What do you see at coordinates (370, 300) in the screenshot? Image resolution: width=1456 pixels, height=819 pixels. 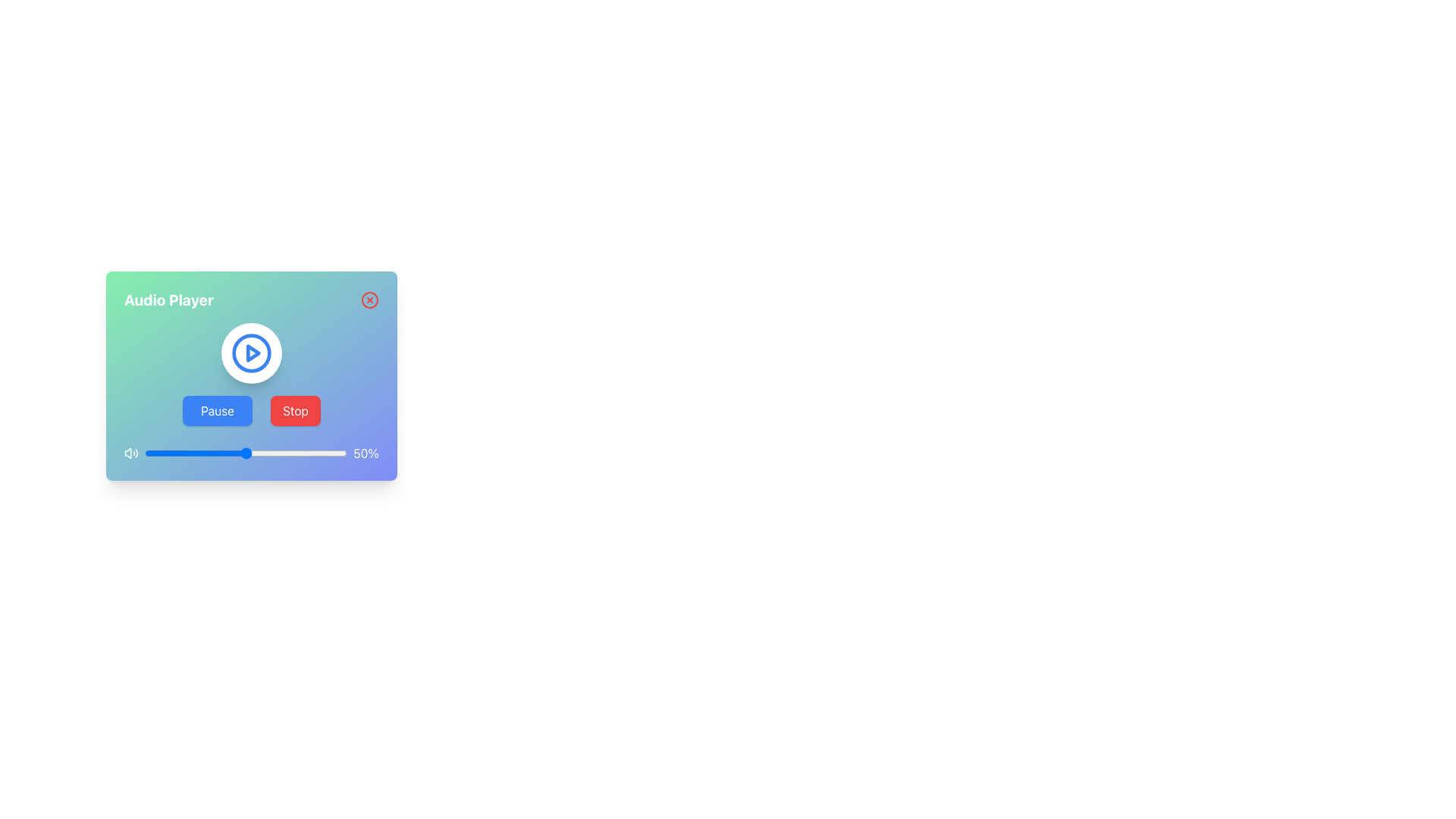 I see `the close icon button located at the top-right corner of the 'Audio Player' interface` at bounding box center [370, 300].